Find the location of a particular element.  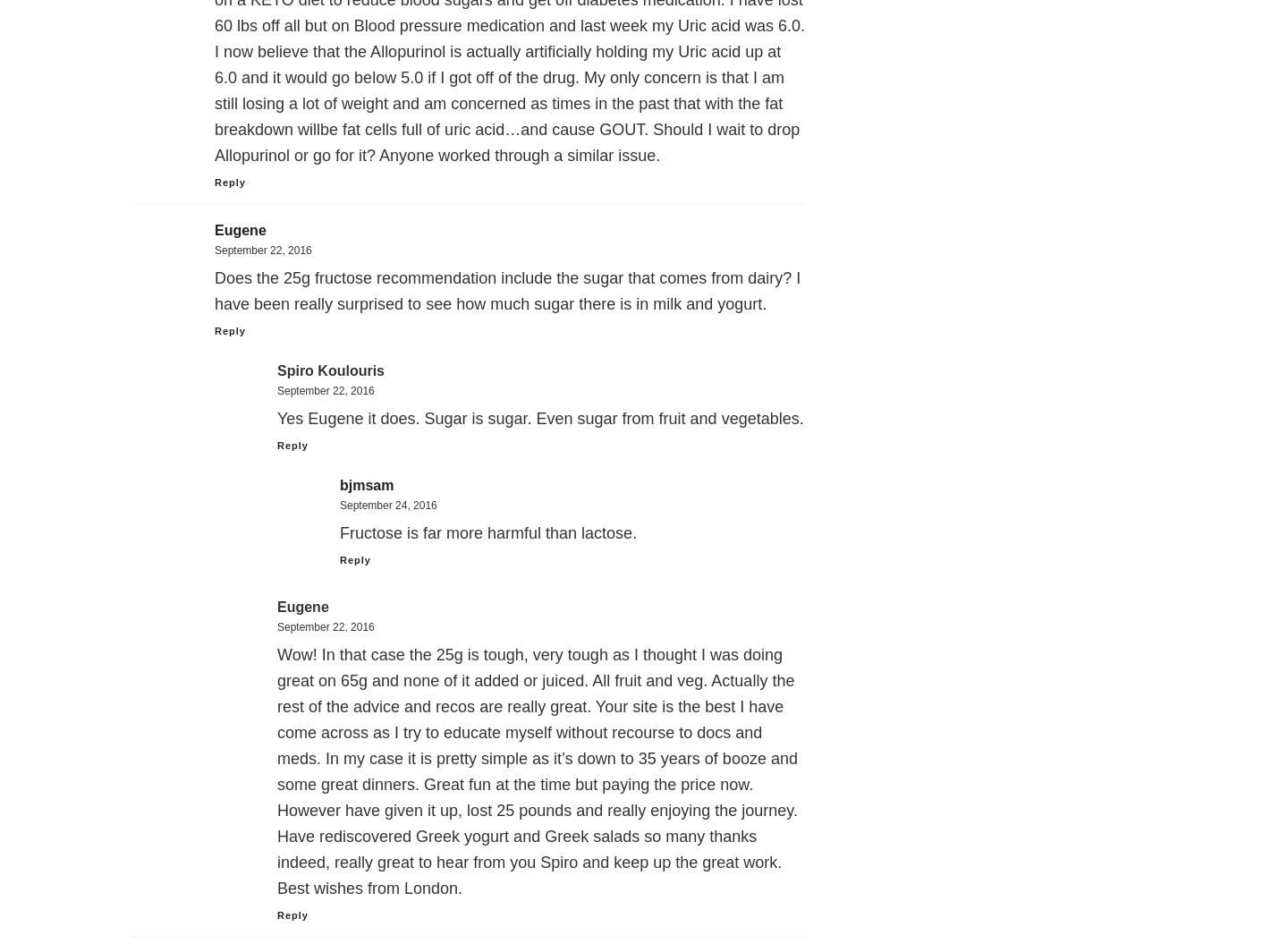

'Wow! In that case the 25g is tough, very tough as I thought I was doing great on 65g and none of it added or juiced. All fruit and veg. Actually the rest of the advice and recos are really great. Your site is the best I have come across as I try to educate myself without recourse to docs and meds. In my case it is pretty simple as it’s down to 35 years of booze and some great dinners. Great fun at the time but paying the price now. However have given it up, lost 25 pounds and really enjoying the journey. Have rediscovered Greek yogurt and Greek salads so many thanks indeed, really great to hear from you Spiro and keep up the great work. Best wishes from London.' is located at coordinates (537, 771).